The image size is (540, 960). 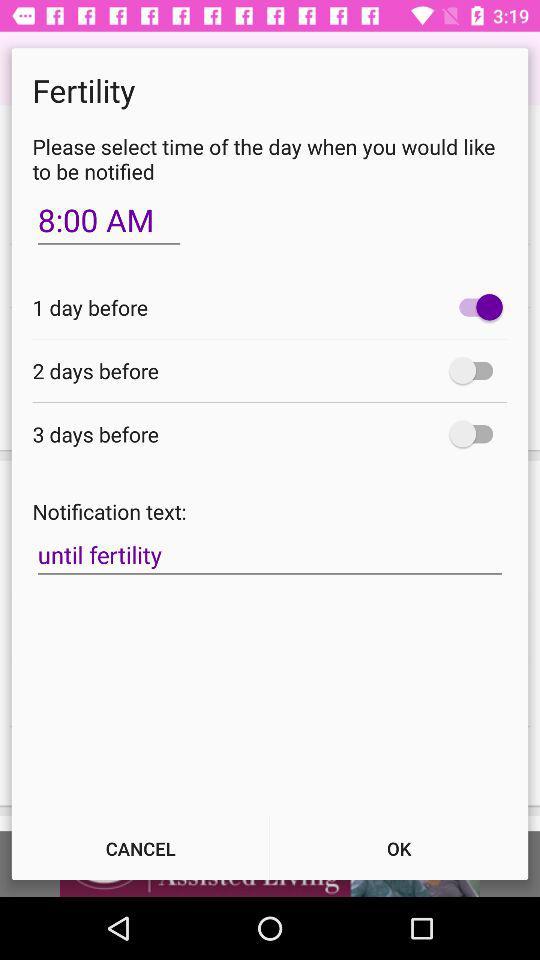 I want to click on icon at the top right corner, so click(x=475, y=307).